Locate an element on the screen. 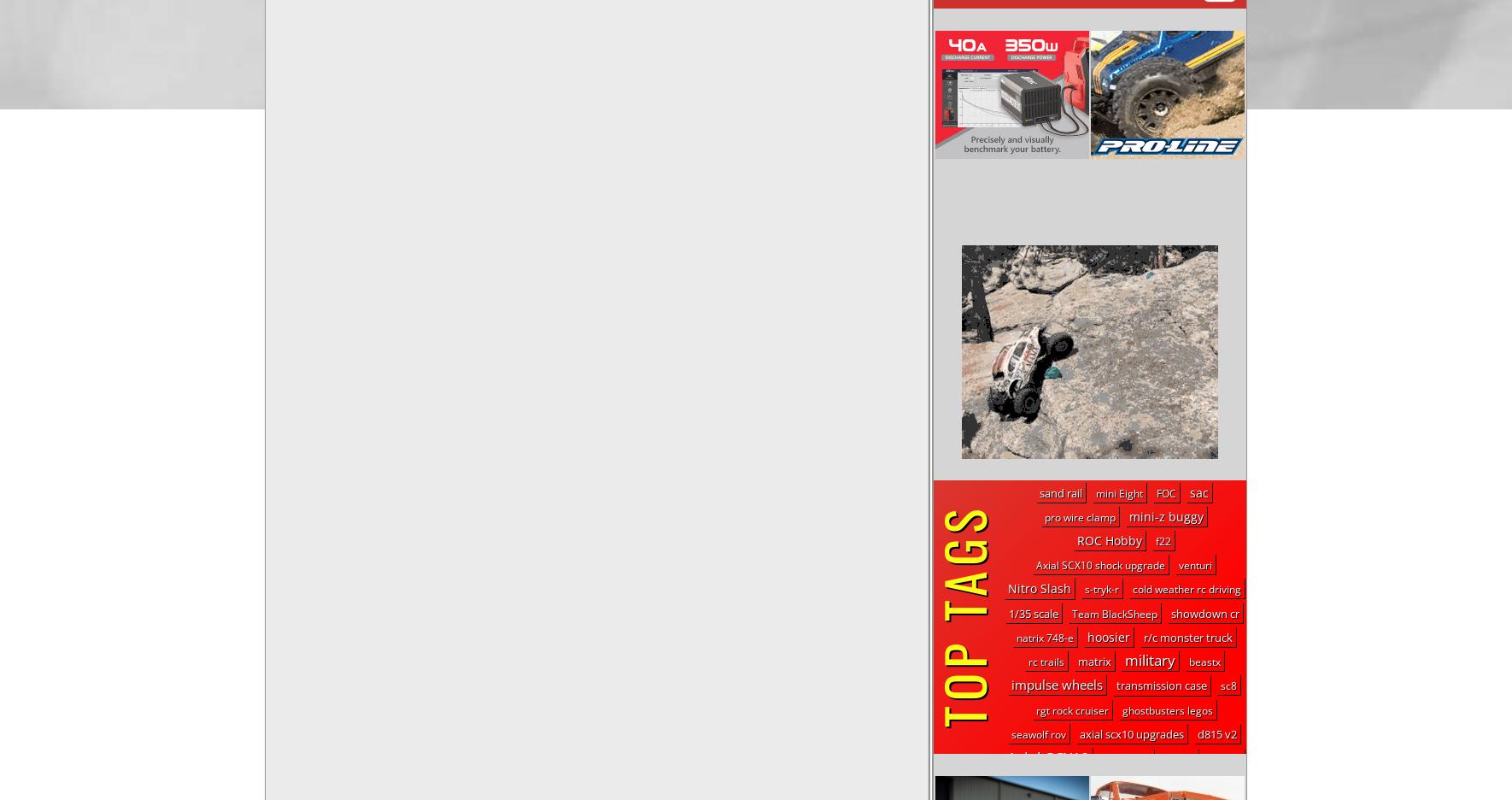  'mono' is located at coordinates (1147, 782).